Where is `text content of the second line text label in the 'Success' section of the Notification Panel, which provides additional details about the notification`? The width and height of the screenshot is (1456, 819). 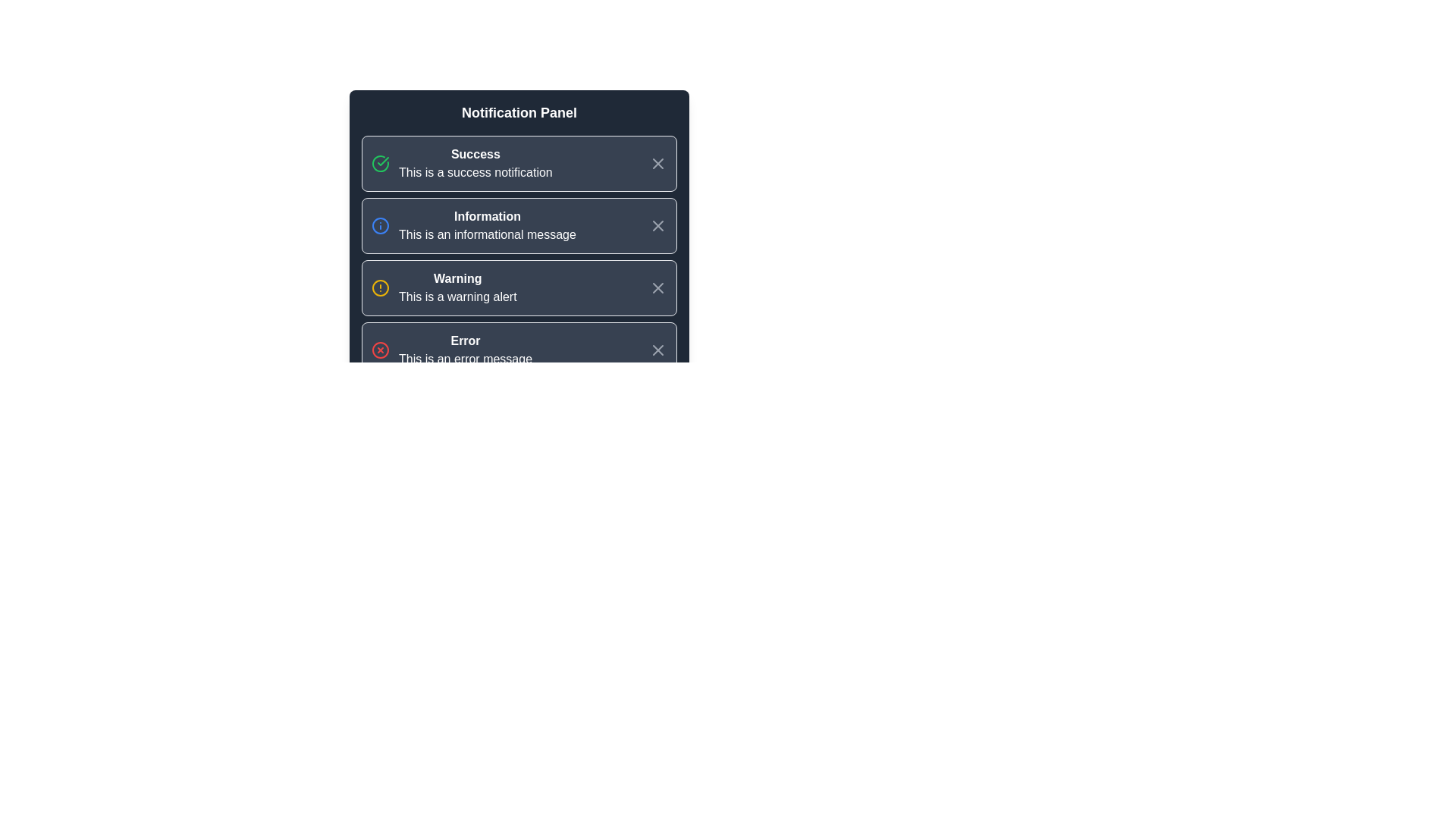 text content of the second line text label in the 'Success' section of the Notification Panel, which provides additional details about the notification is located at coordinates (475, 171).